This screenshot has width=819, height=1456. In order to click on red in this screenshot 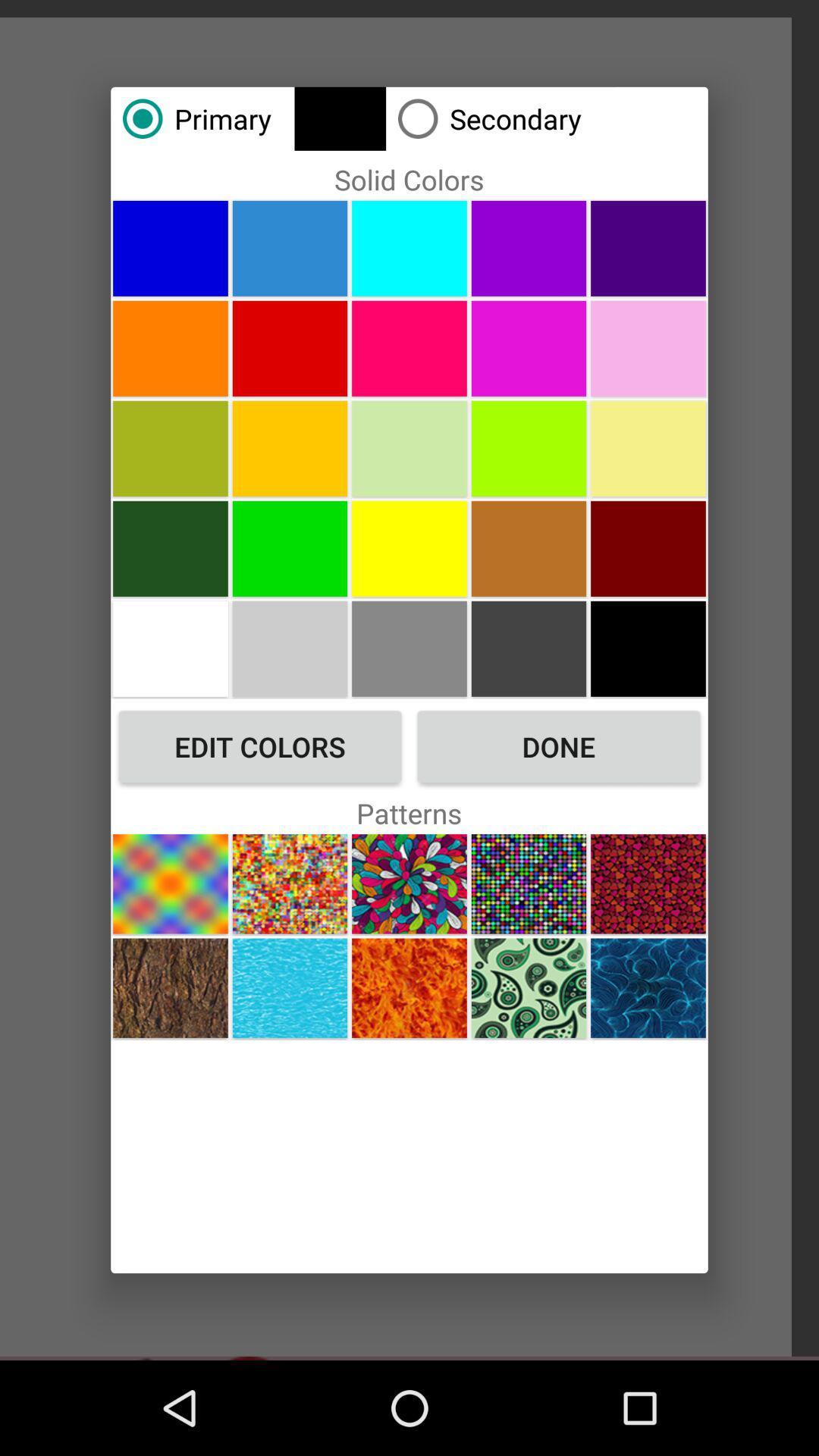, I will do `click(290, 347)`.